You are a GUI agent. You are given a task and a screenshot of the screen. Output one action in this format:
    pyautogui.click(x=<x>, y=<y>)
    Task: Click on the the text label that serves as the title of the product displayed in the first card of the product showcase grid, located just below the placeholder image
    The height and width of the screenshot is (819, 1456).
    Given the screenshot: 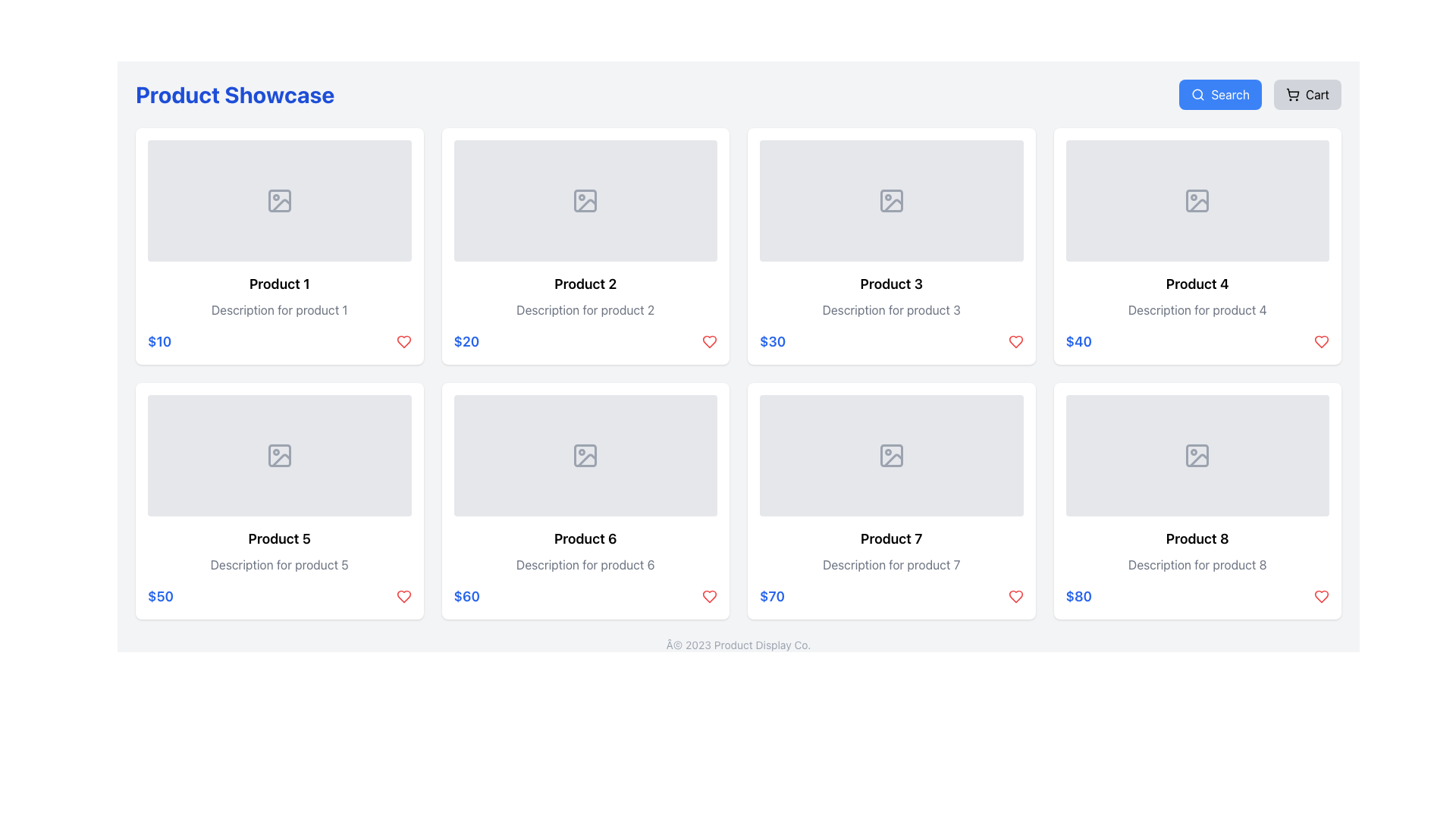 What is the action you would take?
    pyautogui.click(x=279, y=284)
    